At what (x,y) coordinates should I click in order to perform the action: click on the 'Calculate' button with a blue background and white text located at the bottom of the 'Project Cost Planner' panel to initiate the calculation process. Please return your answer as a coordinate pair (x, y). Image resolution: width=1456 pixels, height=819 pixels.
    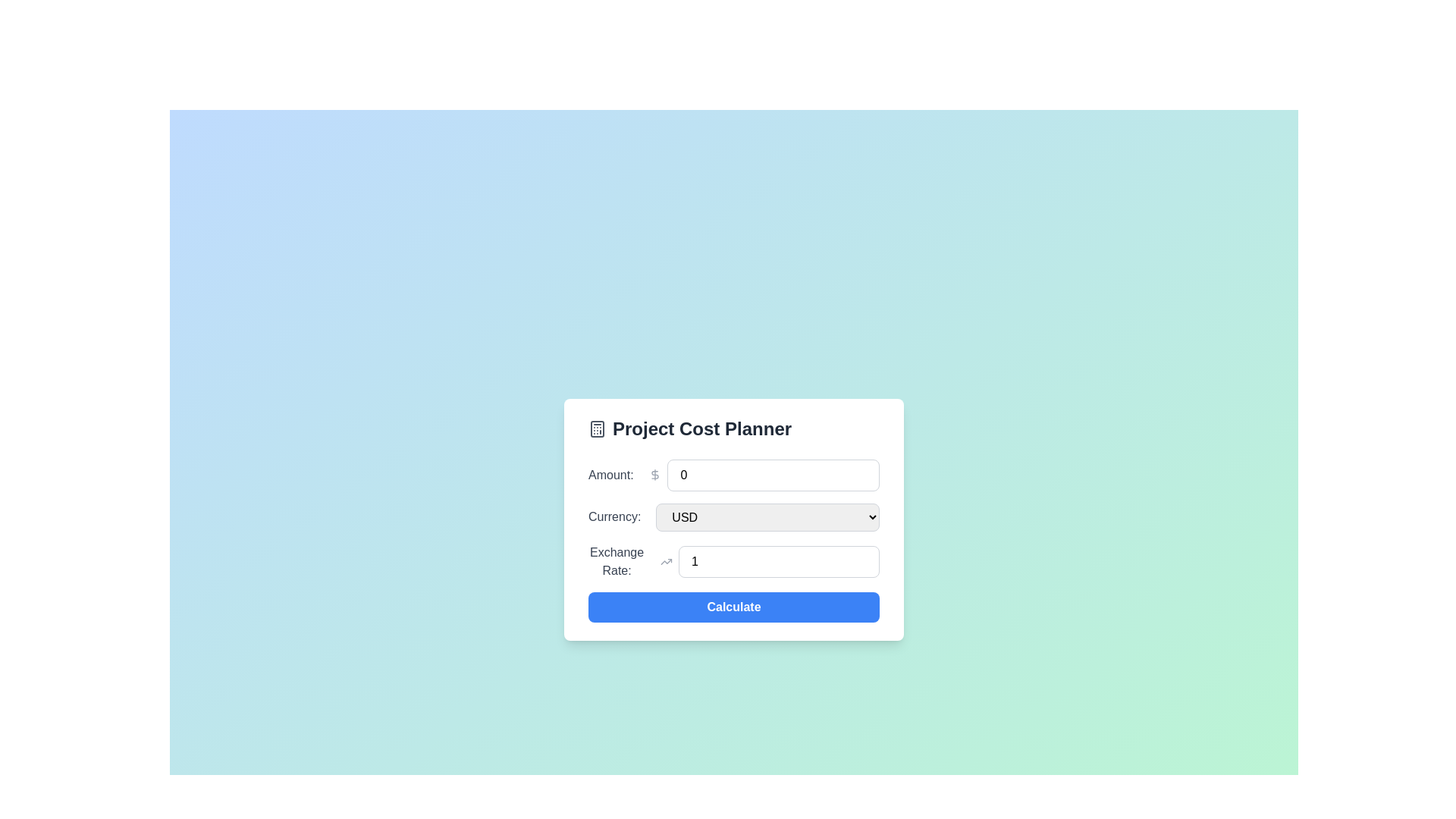
    Looking at the image, I should click on (734, 605).